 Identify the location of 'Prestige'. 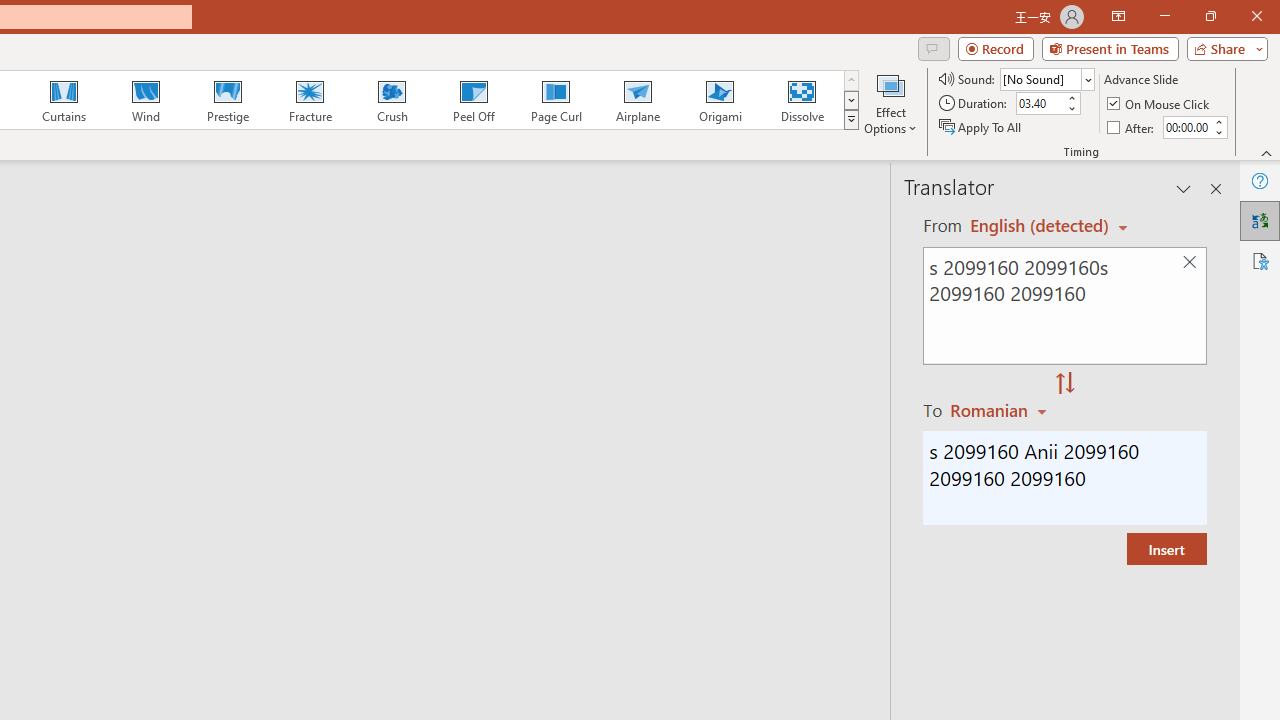
(227, 100).